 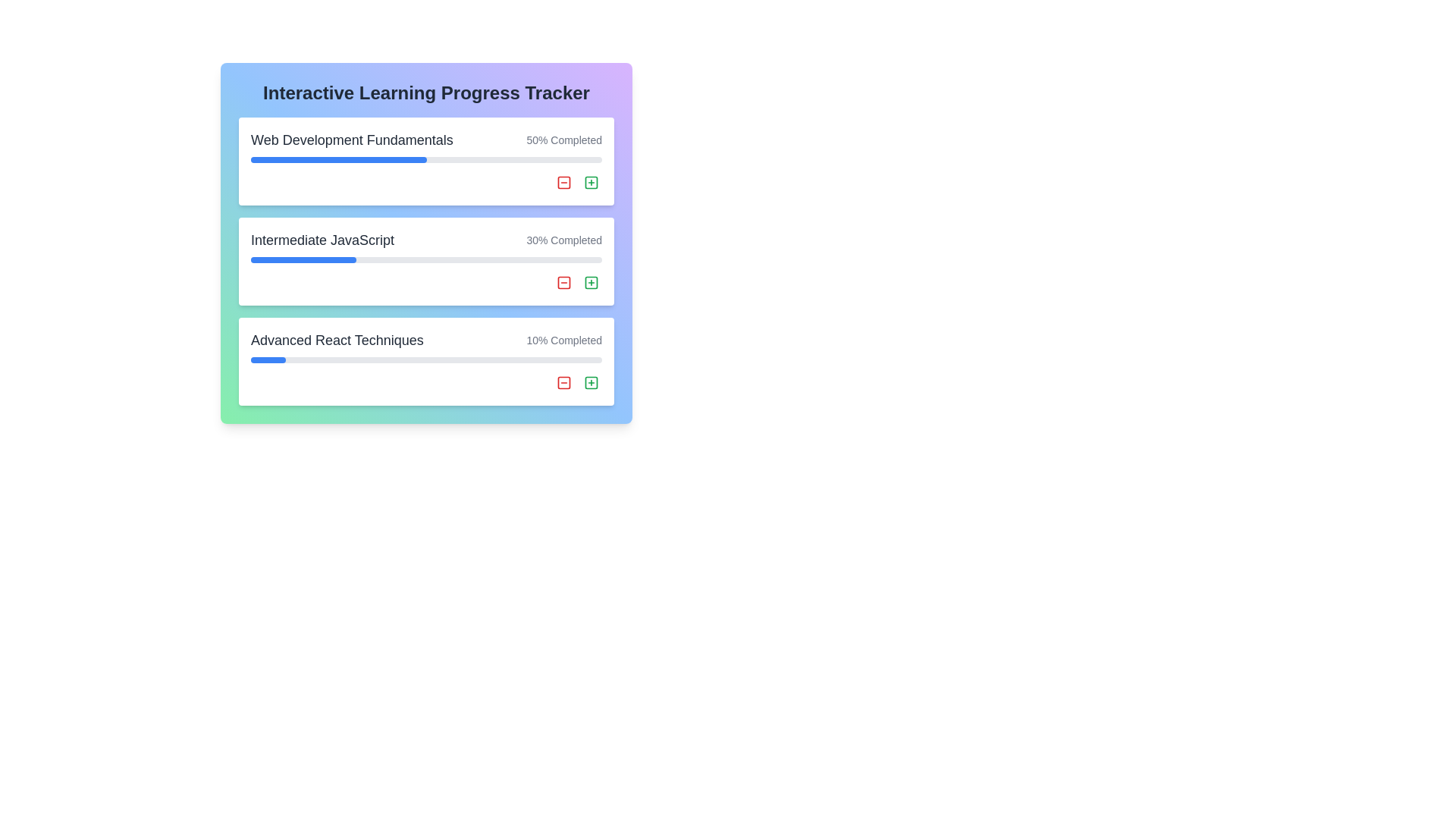 I want to click on the red square icon button located to the right of the text 'Web Development Fundamentals' in the first list item, so click(x=563, y=181).